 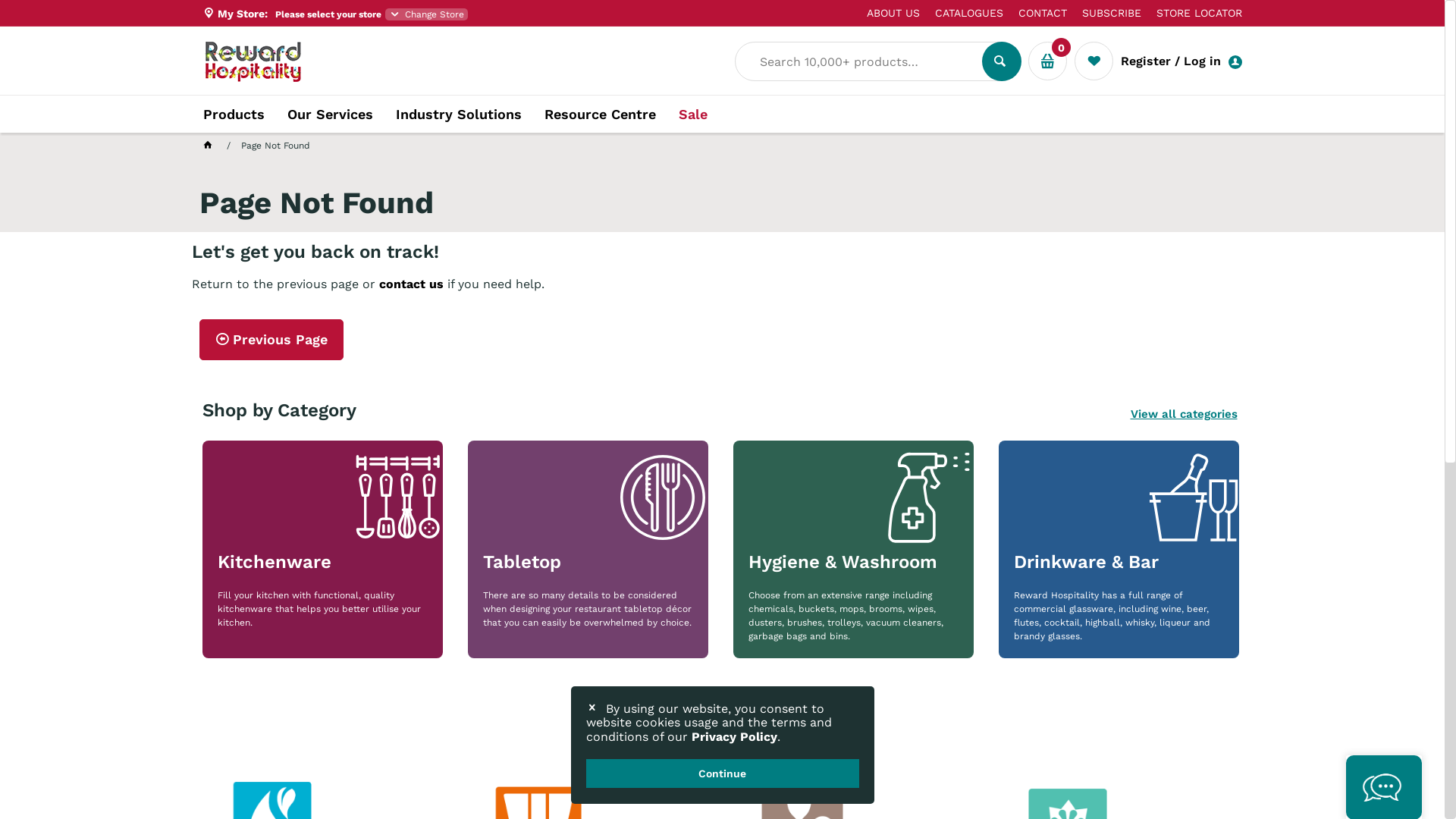 What do you see at coordinates (884, 12) in the screenshot?
I see `'ABOUT US'` at bounding box center [884, 12].